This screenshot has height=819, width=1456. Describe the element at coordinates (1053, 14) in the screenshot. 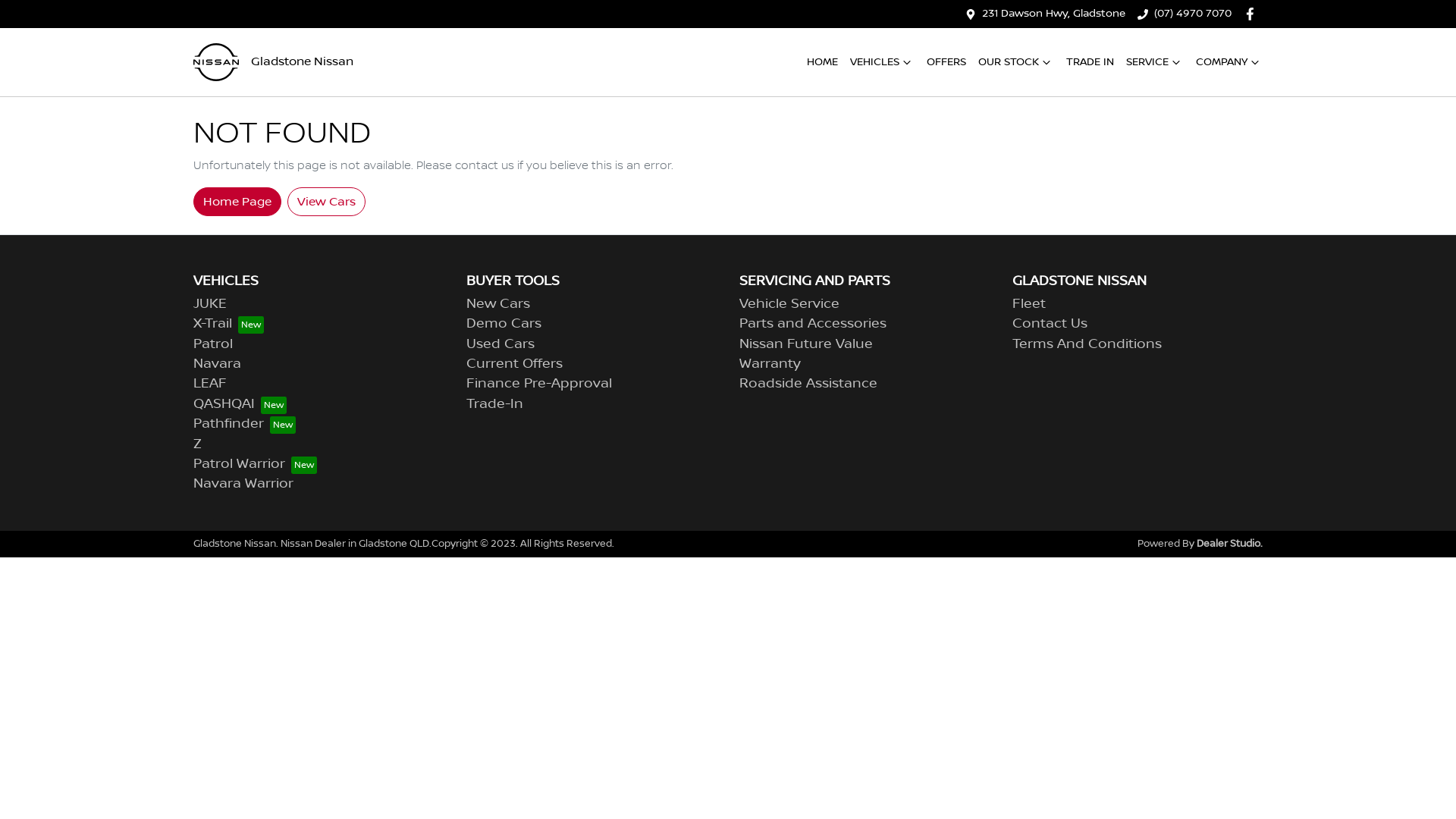

I see `'231 Dawson Hwy, Gladstone'` at that location.